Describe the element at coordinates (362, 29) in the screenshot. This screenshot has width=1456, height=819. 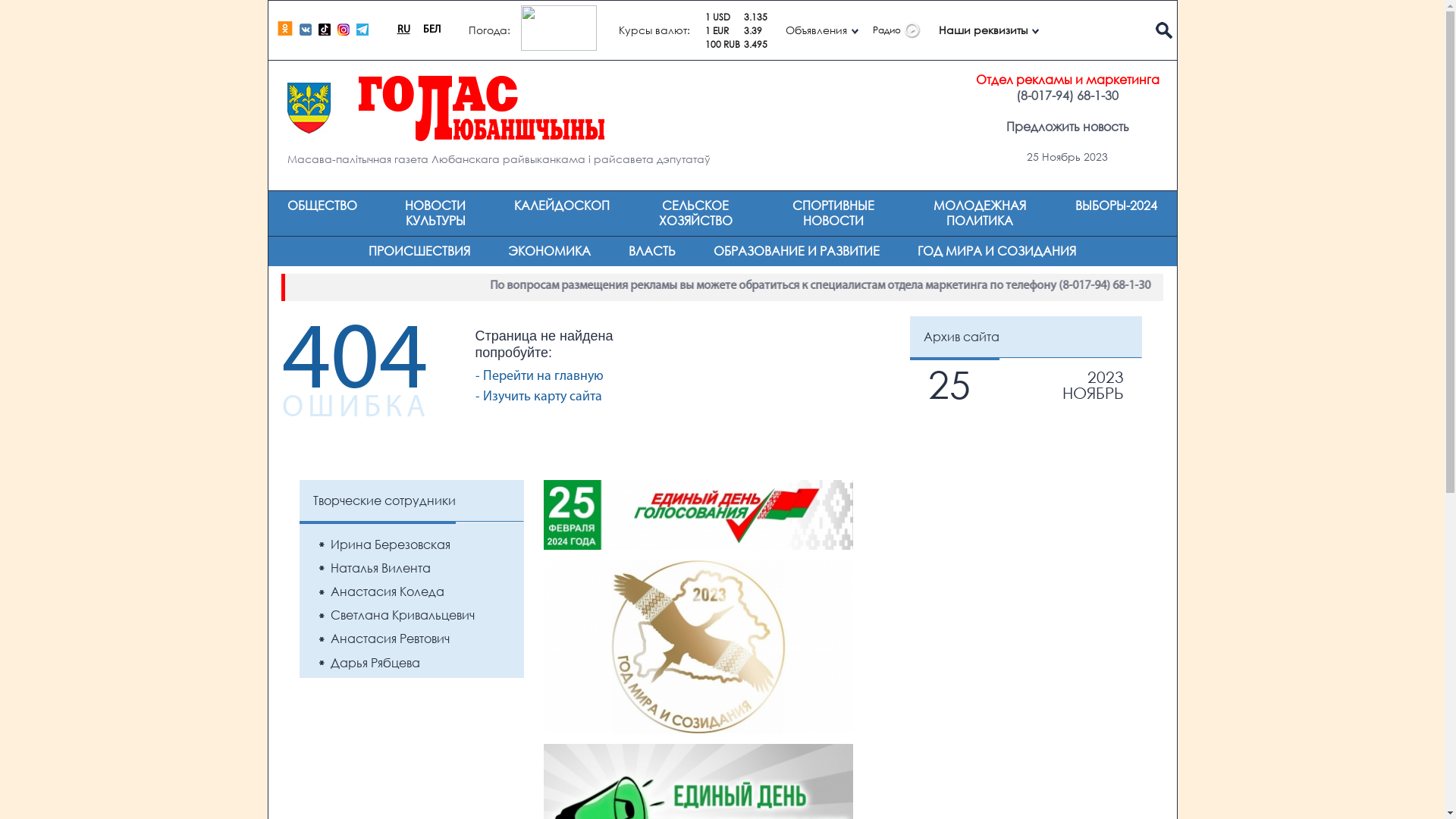
I see `'Telegram'` at that location.